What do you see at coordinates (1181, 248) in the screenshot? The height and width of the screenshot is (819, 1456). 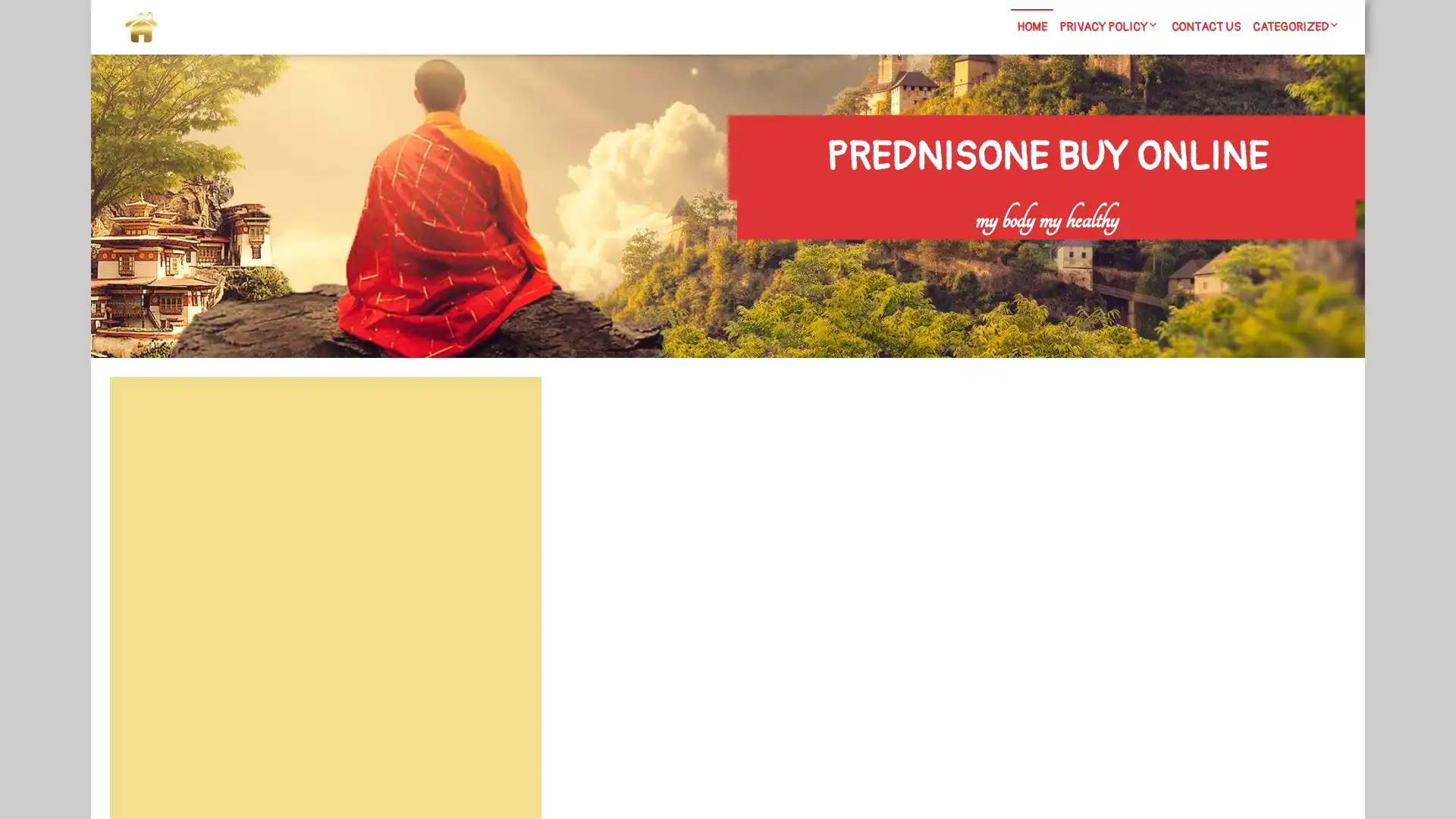 I see `Search` at bounding box center [1181, 248].